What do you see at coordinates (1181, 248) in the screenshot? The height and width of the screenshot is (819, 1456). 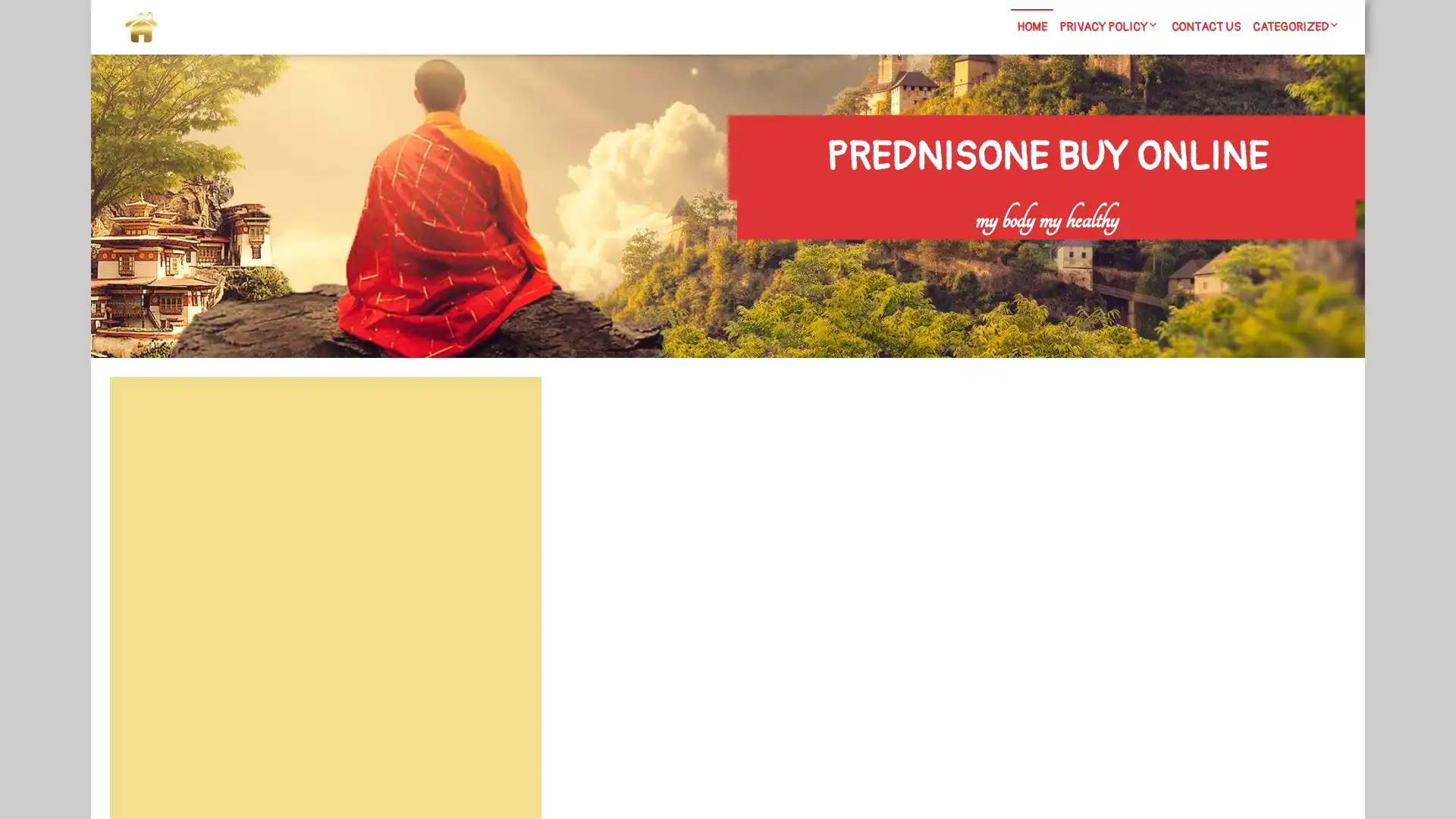 I see `Search` at bounding box center [1181, 248].